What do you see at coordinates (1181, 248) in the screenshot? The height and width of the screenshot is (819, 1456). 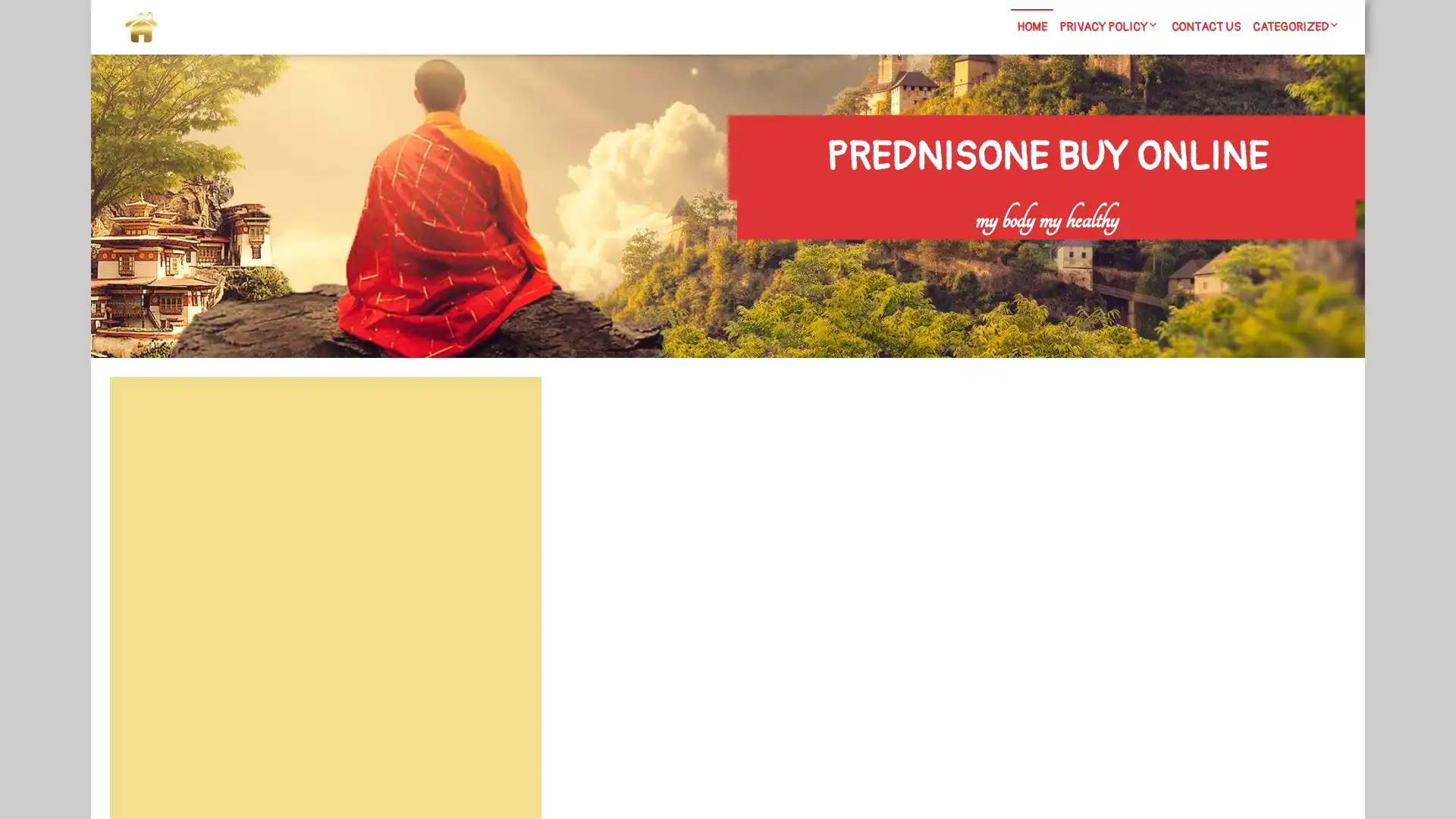 I see `Search` at bounding box center [1181, 248].